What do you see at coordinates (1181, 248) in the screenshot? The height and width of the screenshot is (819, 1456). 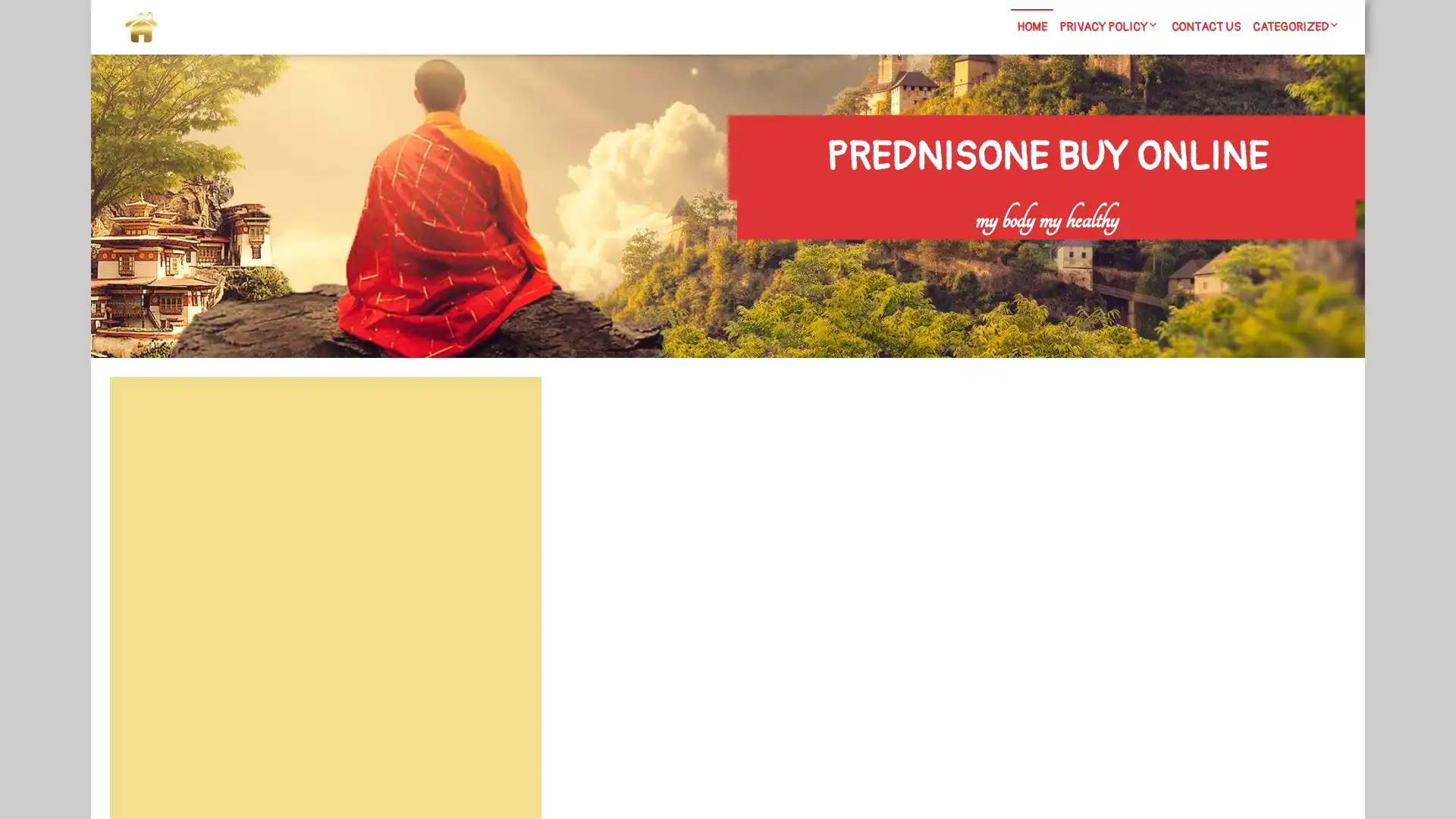 I see `Search` at bounding box center [1181, 248].